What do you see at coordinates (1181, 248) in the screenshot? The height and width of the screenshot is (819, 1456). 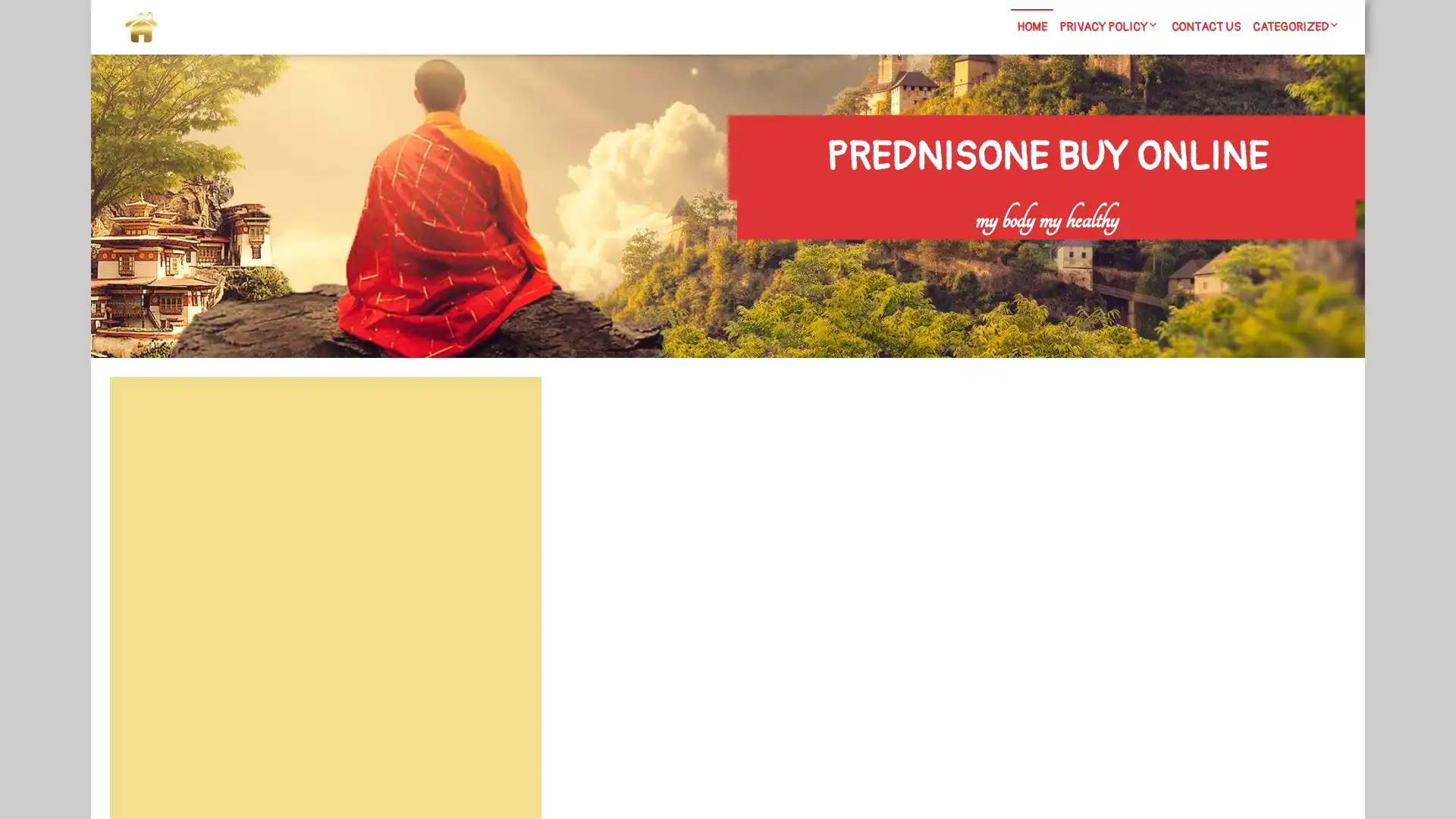 I see `Search` at bounding box center [1181, 248].